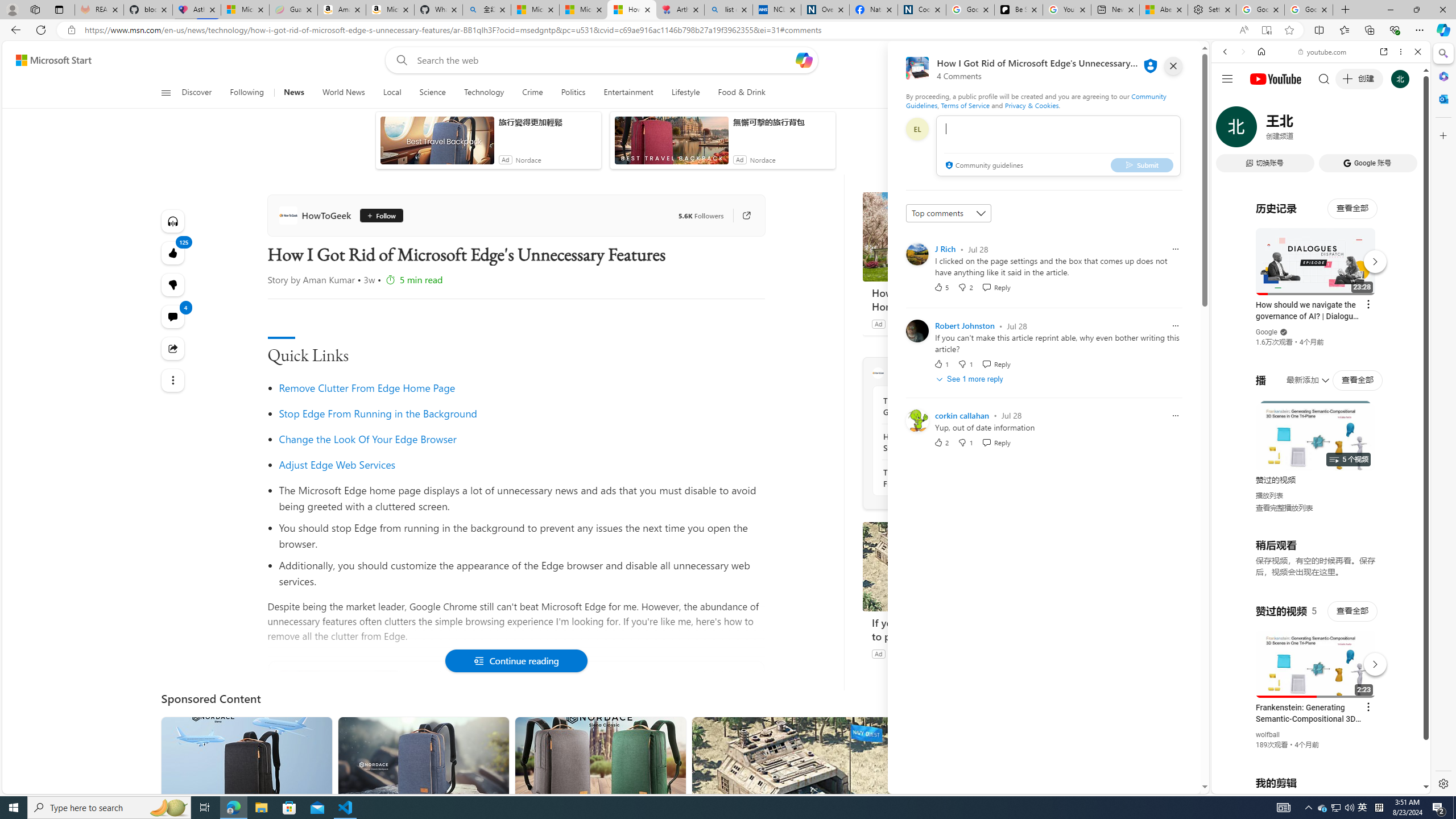 The width and height of the screenshot is (1456, 819). What do you see at coordinates (1230, 130) in the screenshot?
I see `'WEB  '` at bounding box center [1230, 130].